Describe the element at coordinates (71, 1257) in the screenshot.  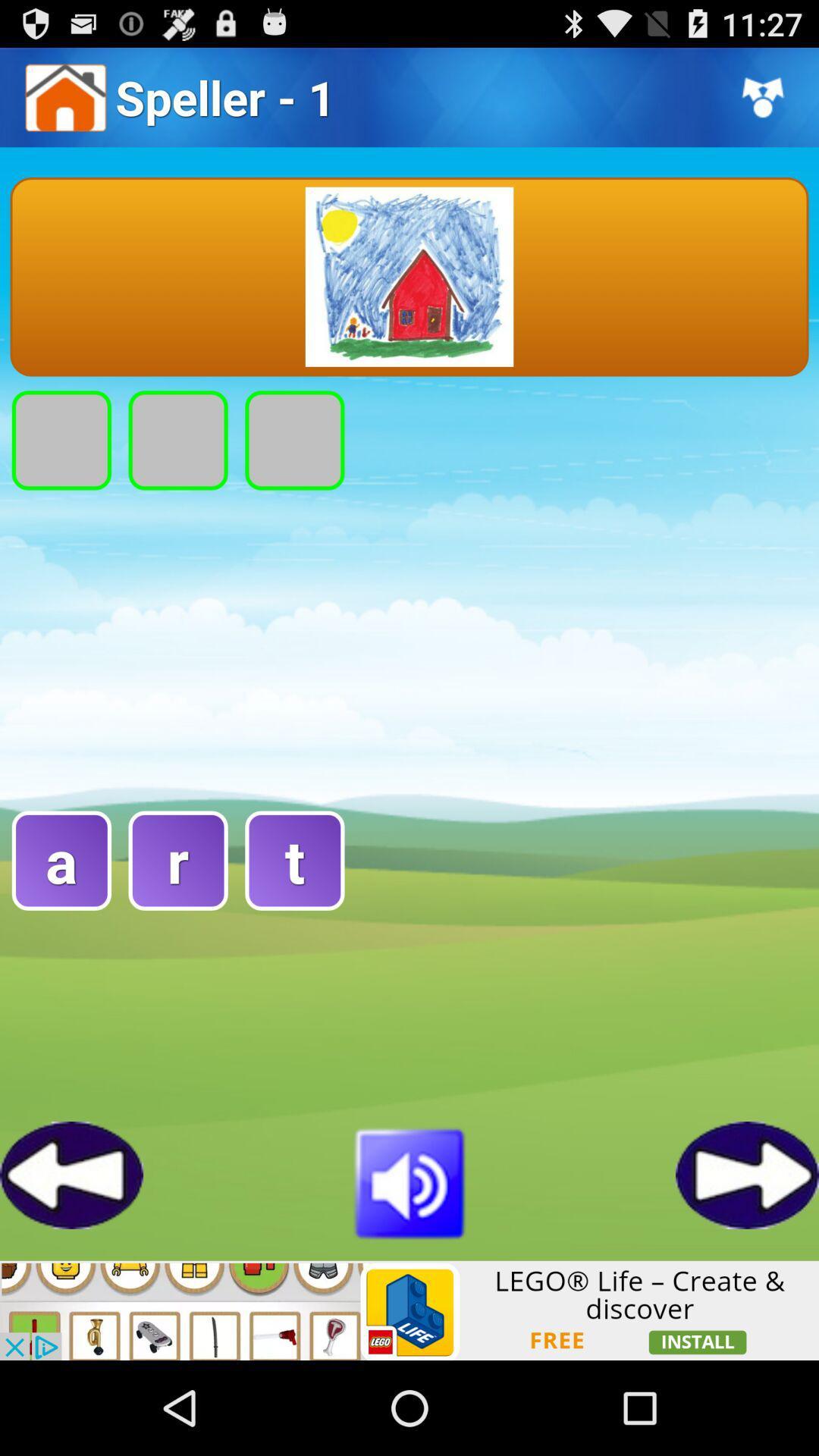
I see `the arrow_backward icon` at that location.